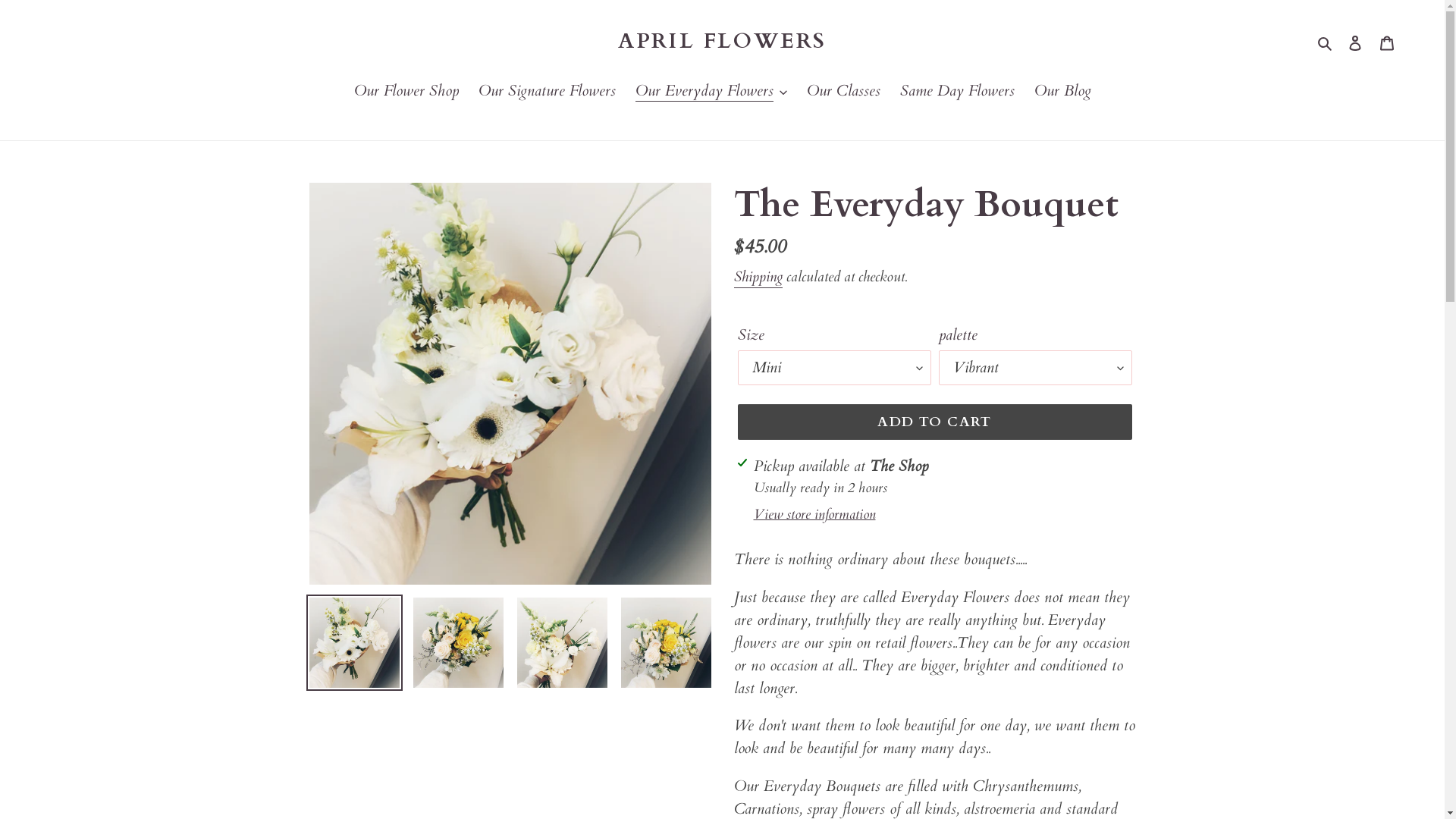 The image size is (1456, 819). What do you see at coordinates (1371, 40) in the screenshot?
I see `'Cart'` at bounding box center [1371, 40].